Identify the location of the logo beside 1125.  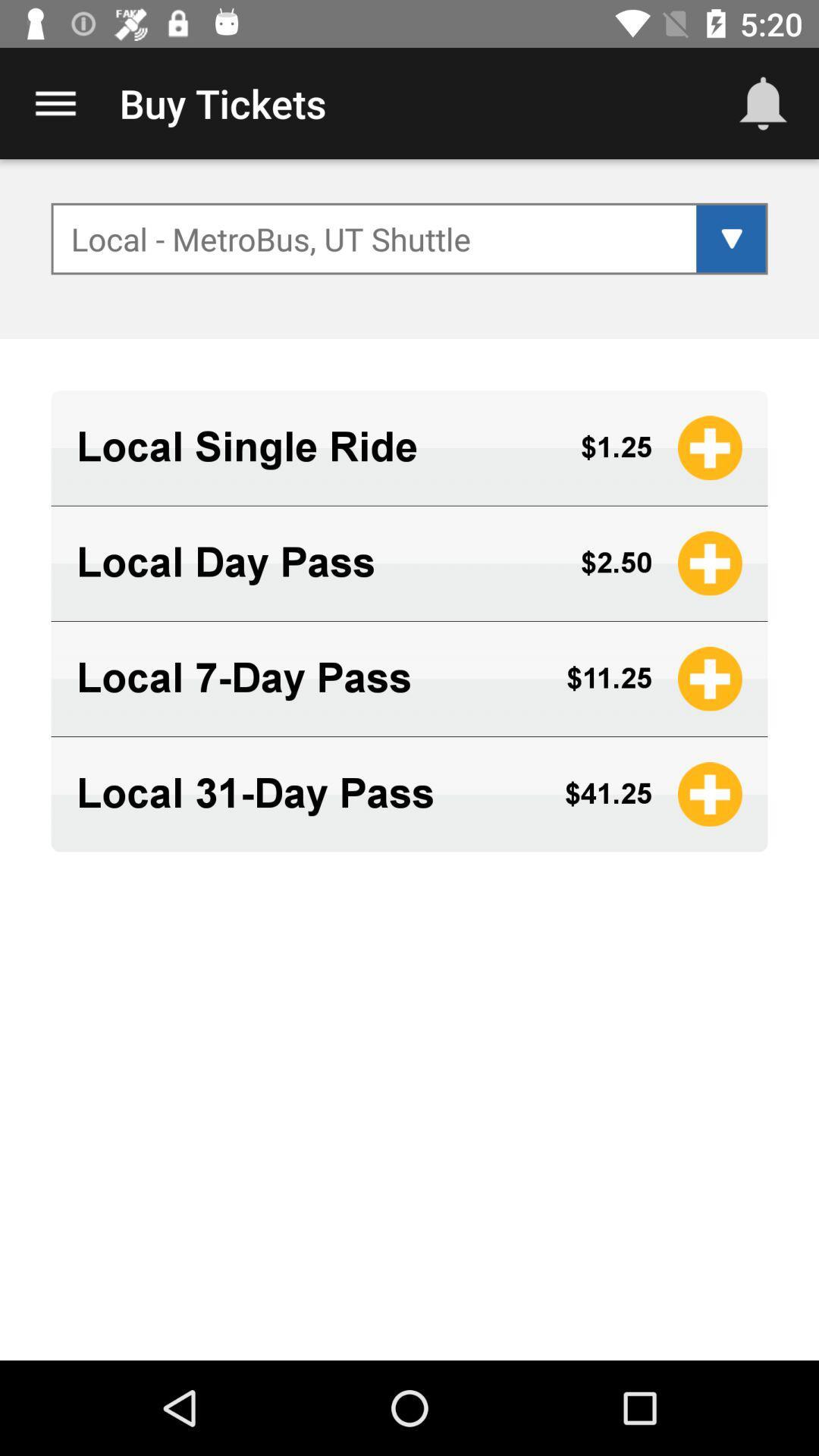
(710, 678).